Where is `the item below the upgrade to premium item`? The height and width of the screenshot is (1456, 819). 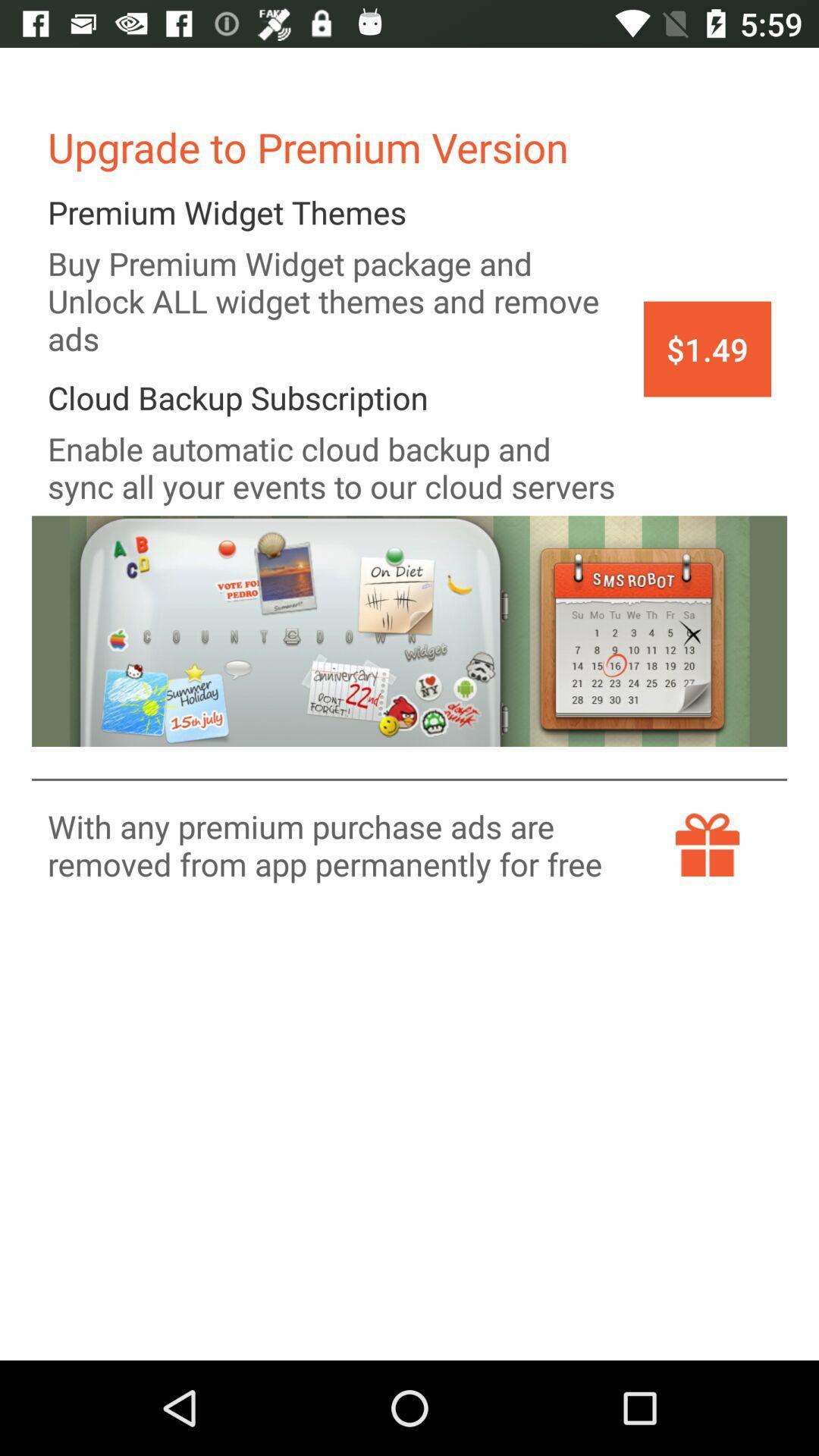 the item below the upgrade to premium item is located at coordinates (708, 348).